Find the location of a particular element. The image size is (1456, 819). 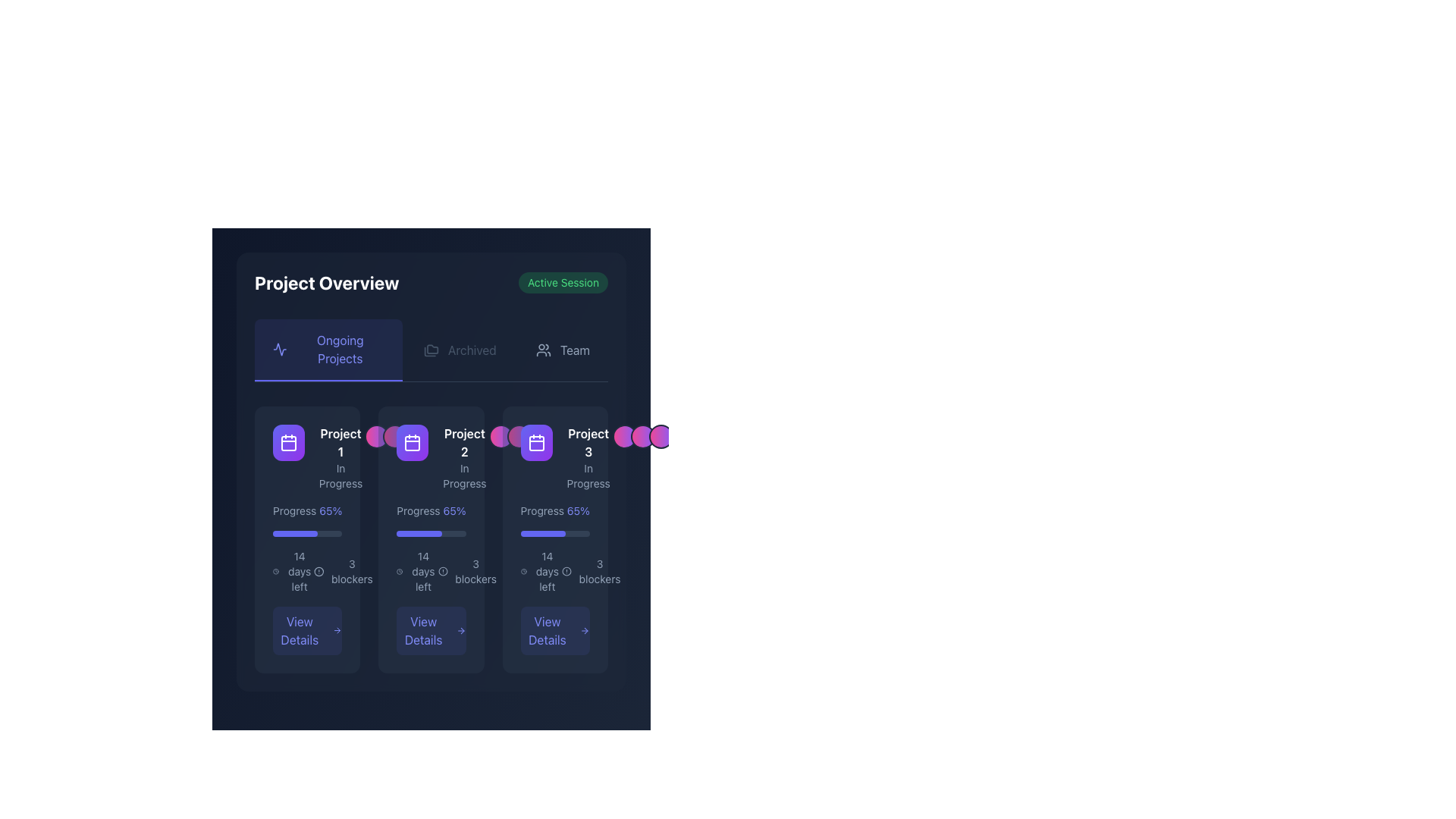

the status label indicating the current status of 'Project 2', which is located below the title and above project details is located at coordinates (463, 475).